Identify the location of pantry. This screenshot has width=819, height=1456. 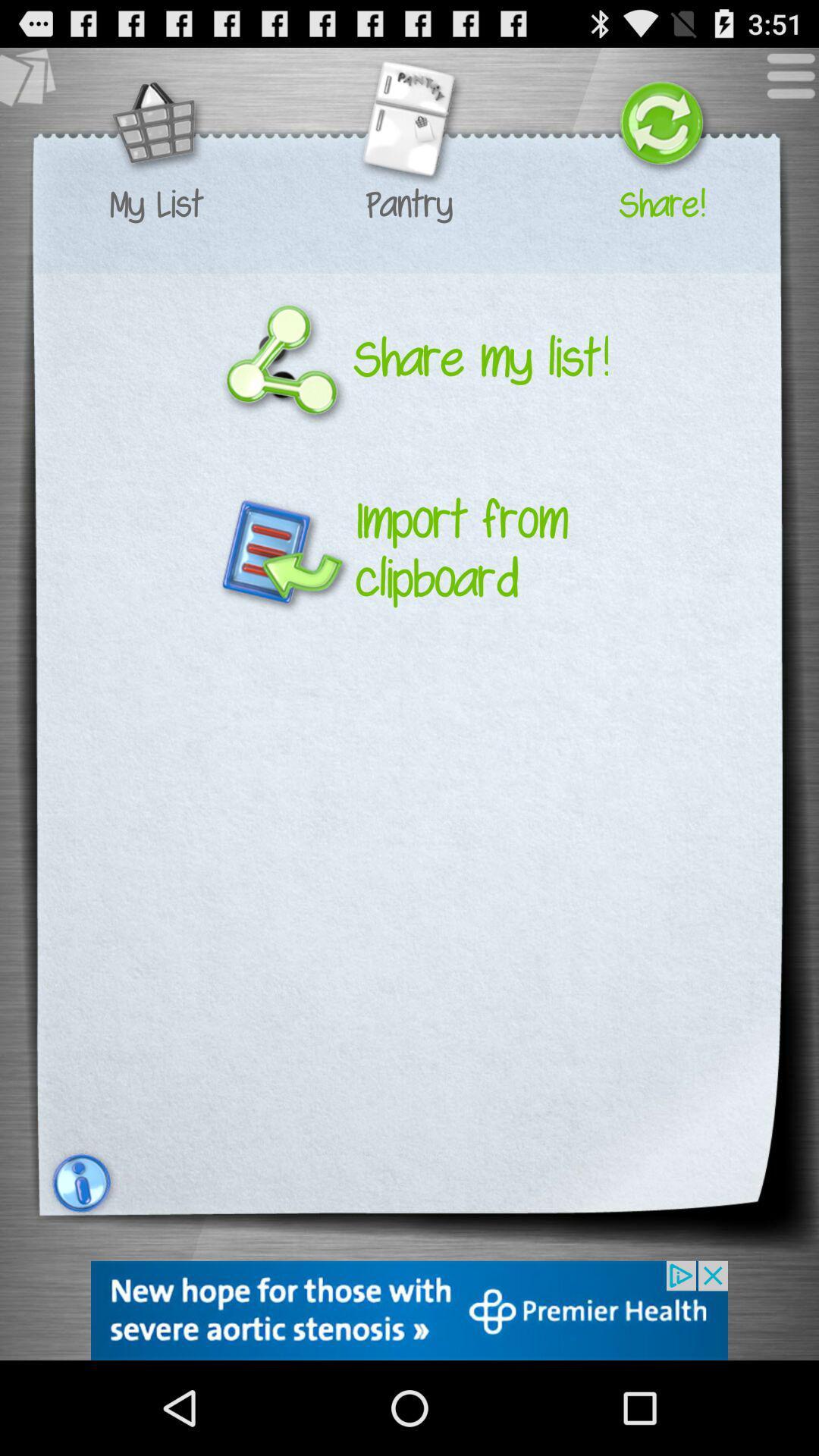
(408, 125).